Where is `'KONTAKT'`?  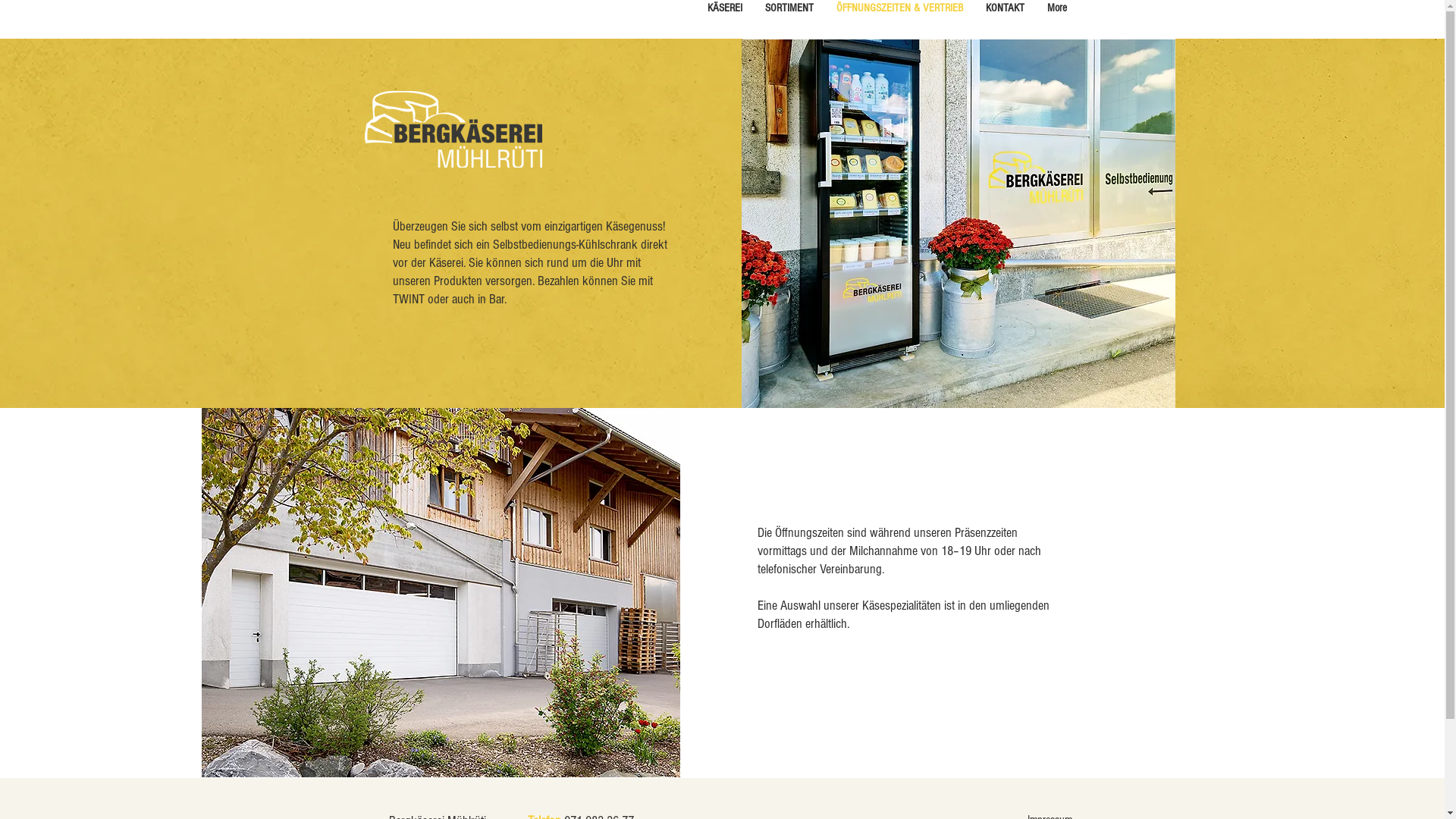 'KONTAKT' is located at coordinates (1005, 18).